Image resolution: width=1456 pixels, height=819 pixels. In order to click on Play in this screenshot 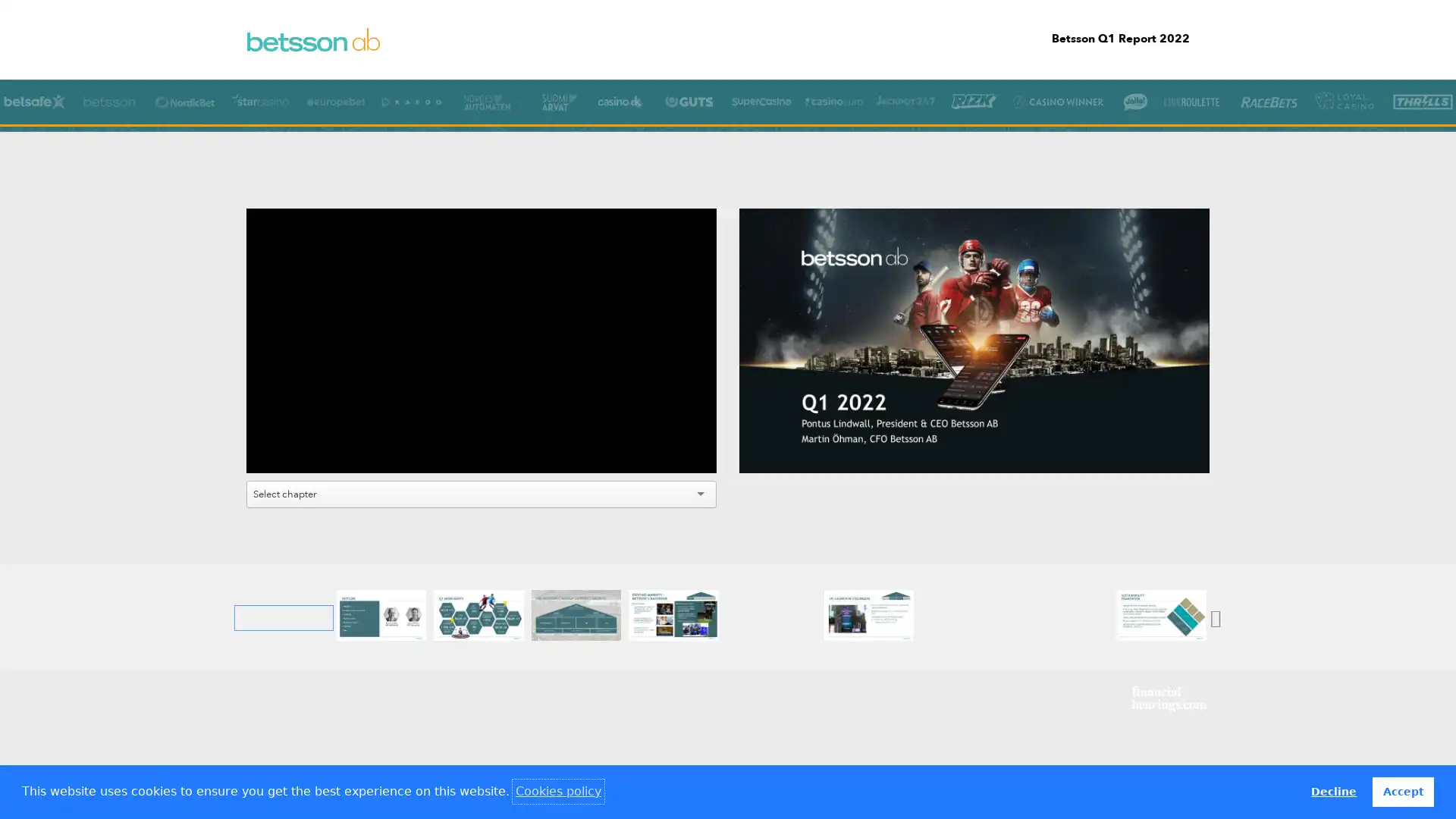, I will do `click(483, 343)`.